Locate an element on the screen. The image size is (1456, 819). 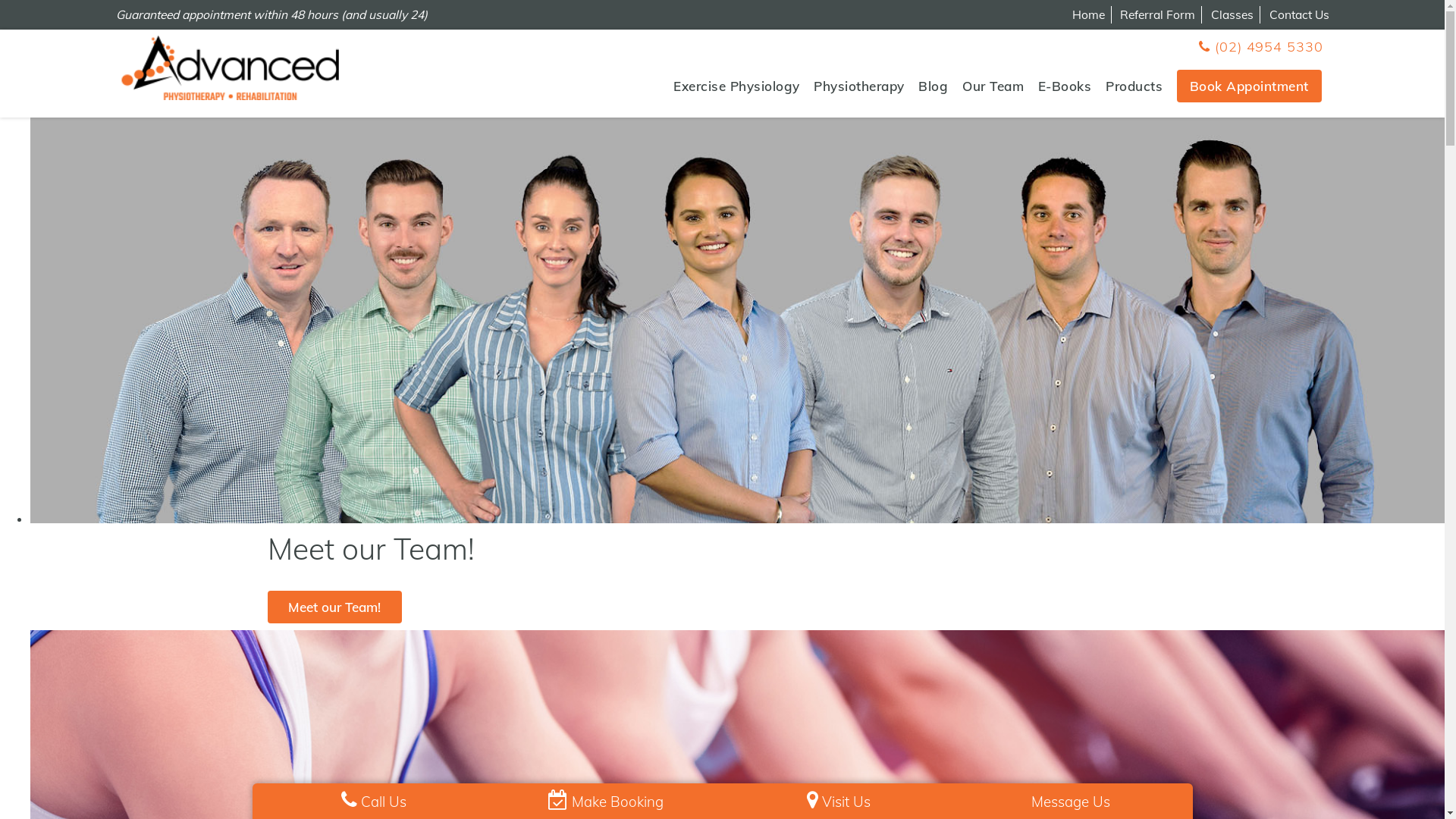
'Blog' is located at coordinates (932, 86).